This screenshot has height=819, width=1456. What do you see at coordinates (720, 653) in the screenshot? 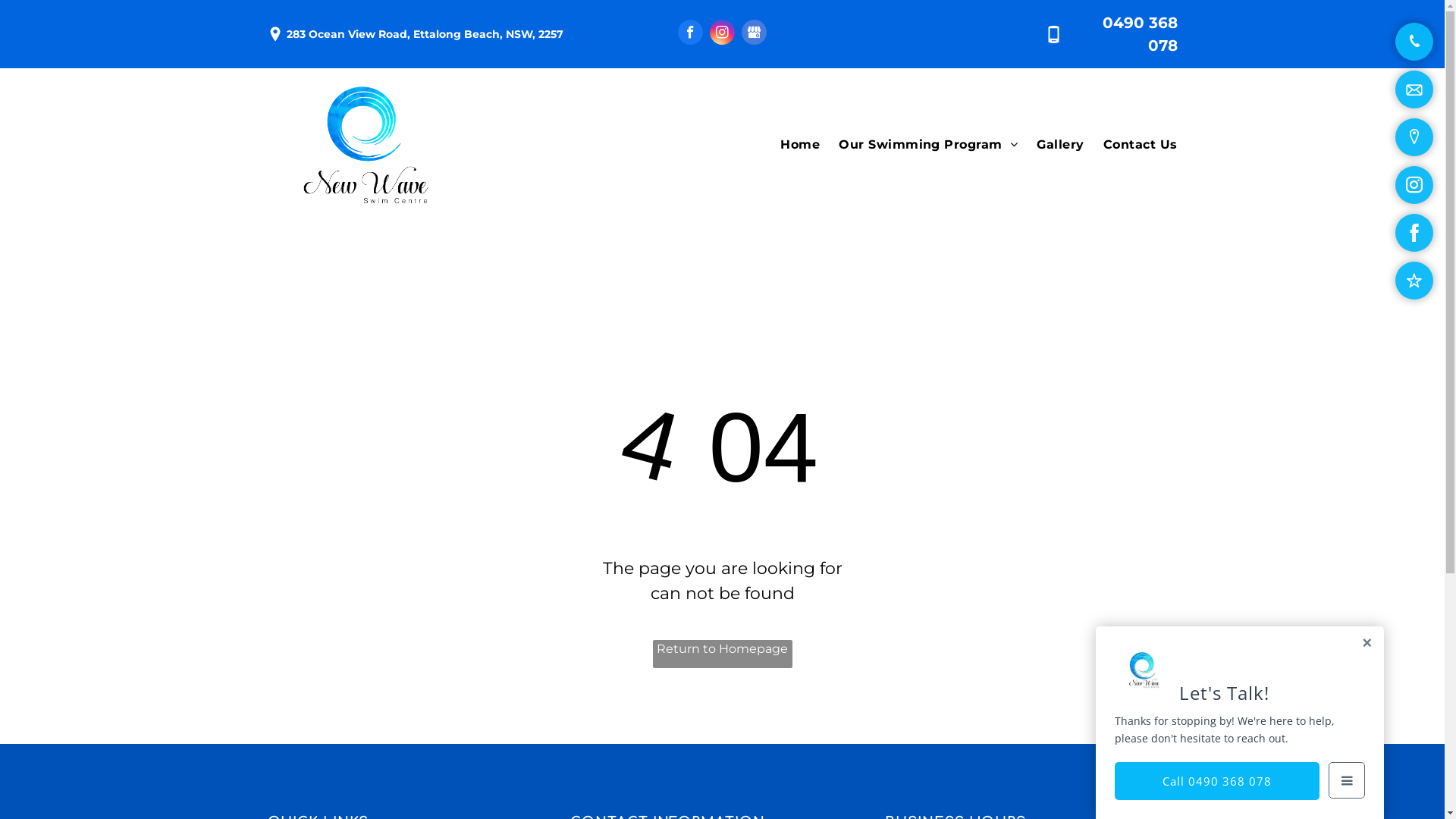
I see `'Return to Homepage'` at bounding box center [720, 653].